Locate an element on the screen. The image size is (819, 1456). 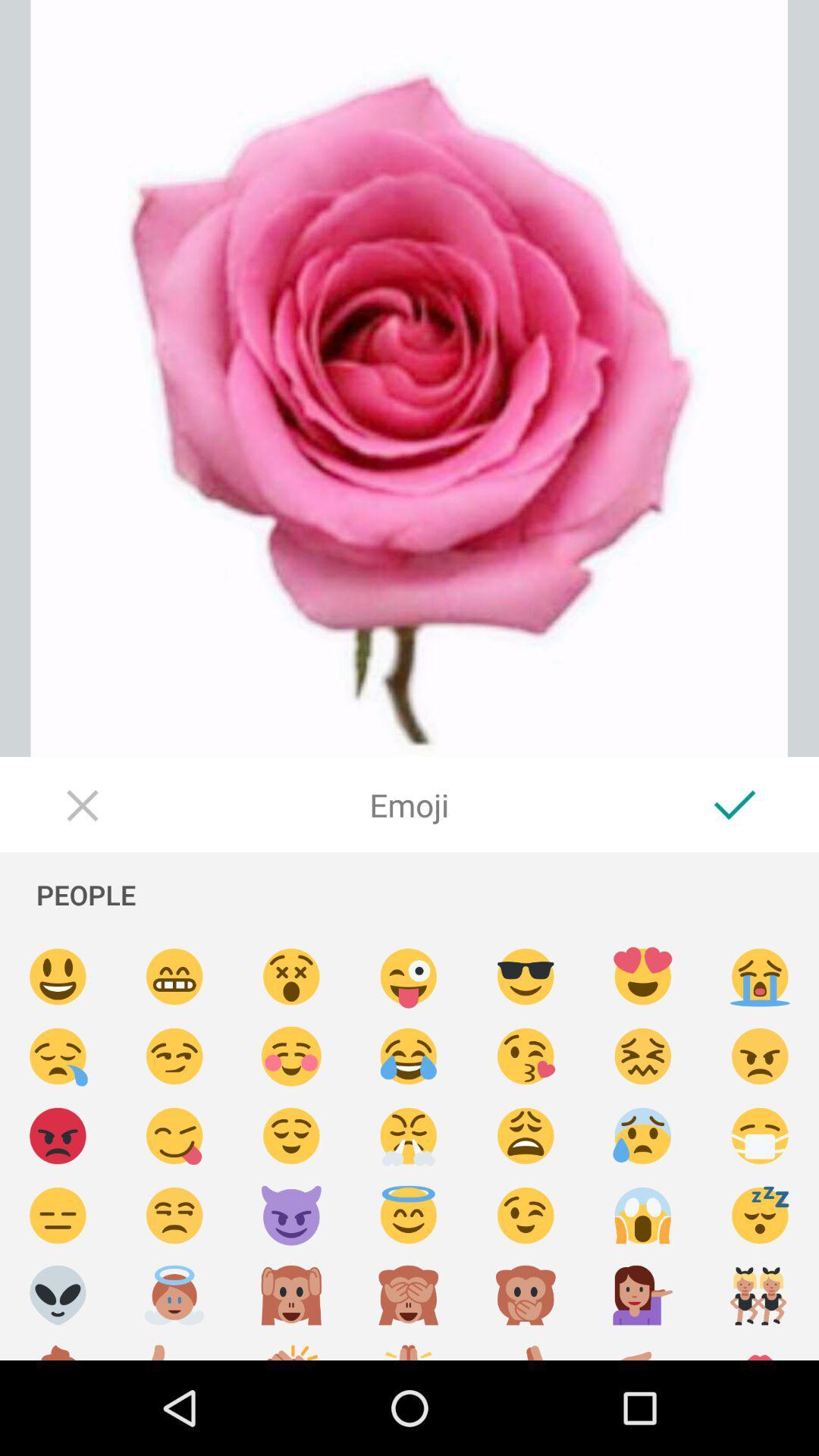
emoji is located at coordinates (291, 1136).